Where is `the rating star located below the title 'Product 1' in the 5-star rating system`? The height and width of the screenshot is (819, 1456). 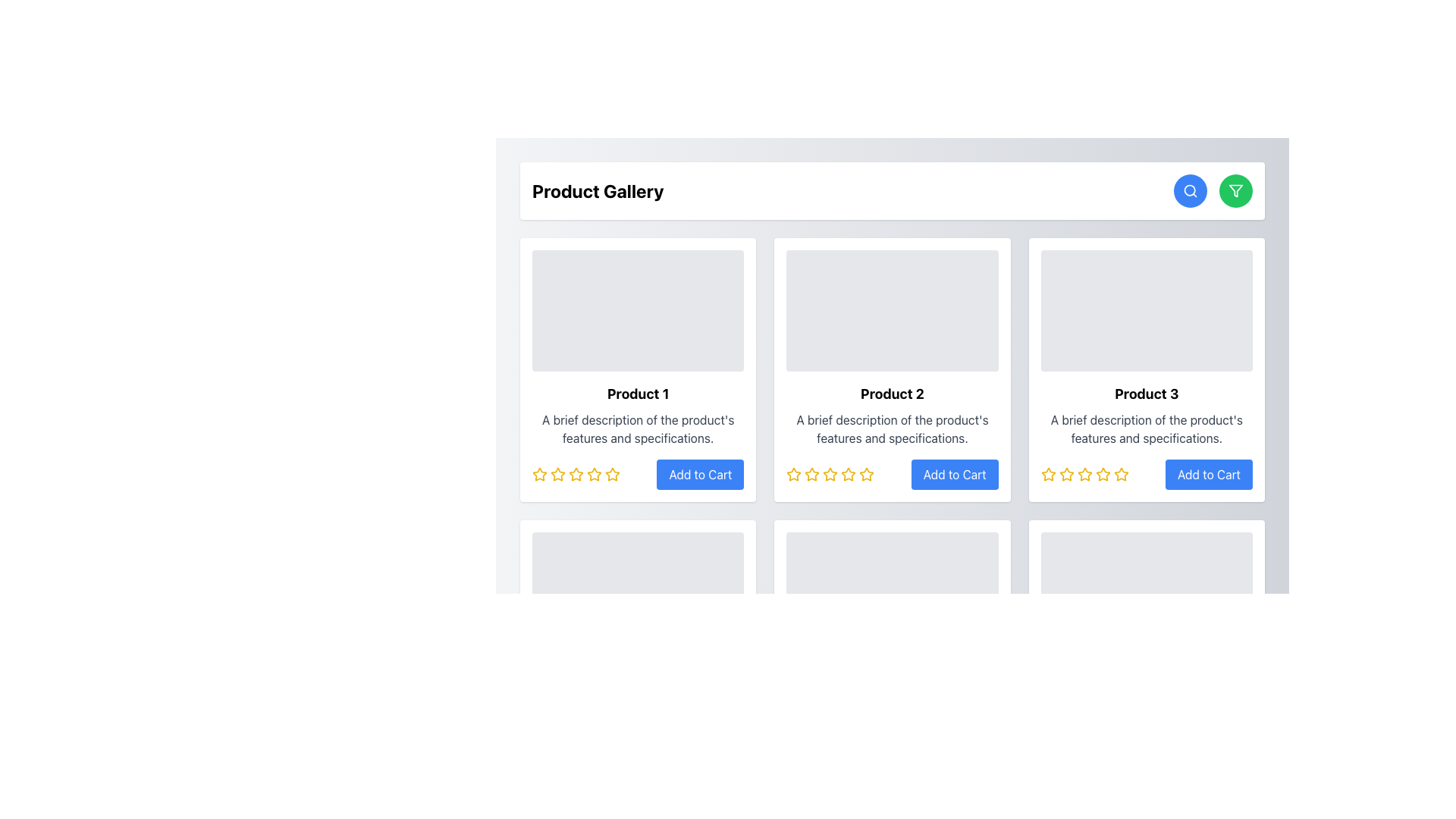 the rating star located below the title 'Product 1' in the 5-star rating system is located at coordinates (593, 473).